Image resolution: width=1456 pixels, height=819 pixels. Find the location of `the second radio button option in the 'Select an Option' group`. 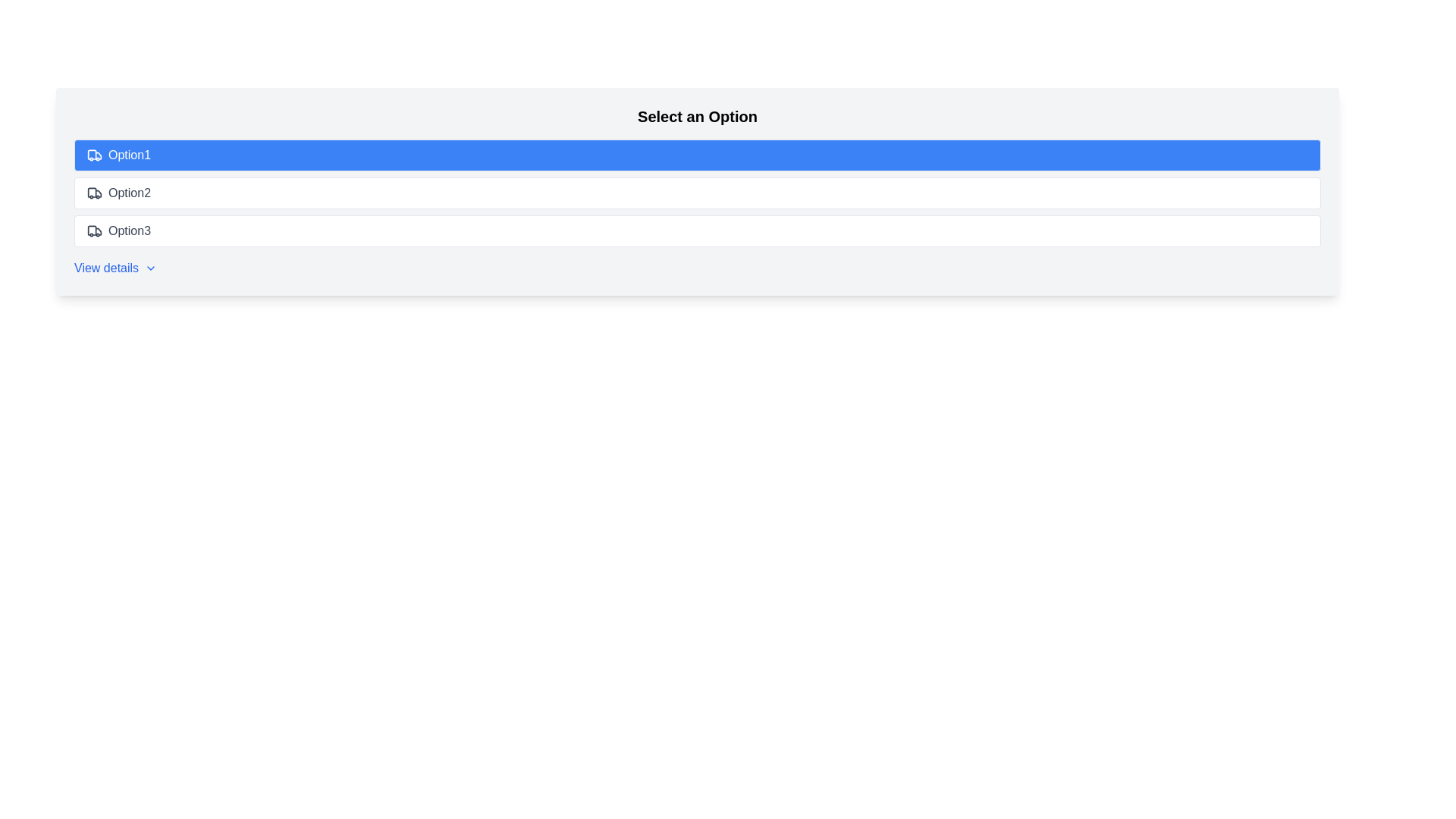

the second radio button option in the 'Select an Option' group is located at coordinates (697, 192).